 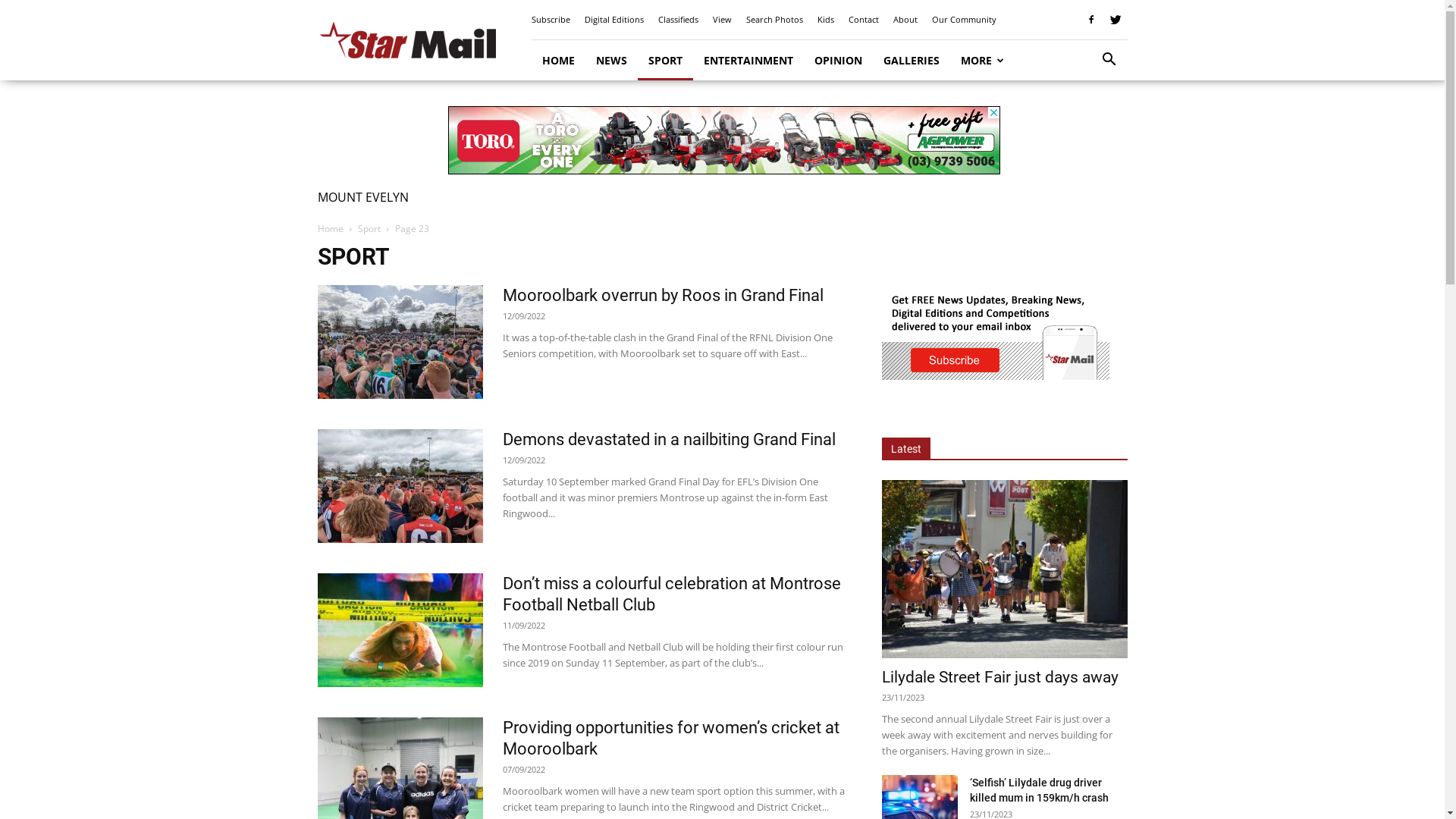 I want to click on 'View', so click(x=721, y=19).